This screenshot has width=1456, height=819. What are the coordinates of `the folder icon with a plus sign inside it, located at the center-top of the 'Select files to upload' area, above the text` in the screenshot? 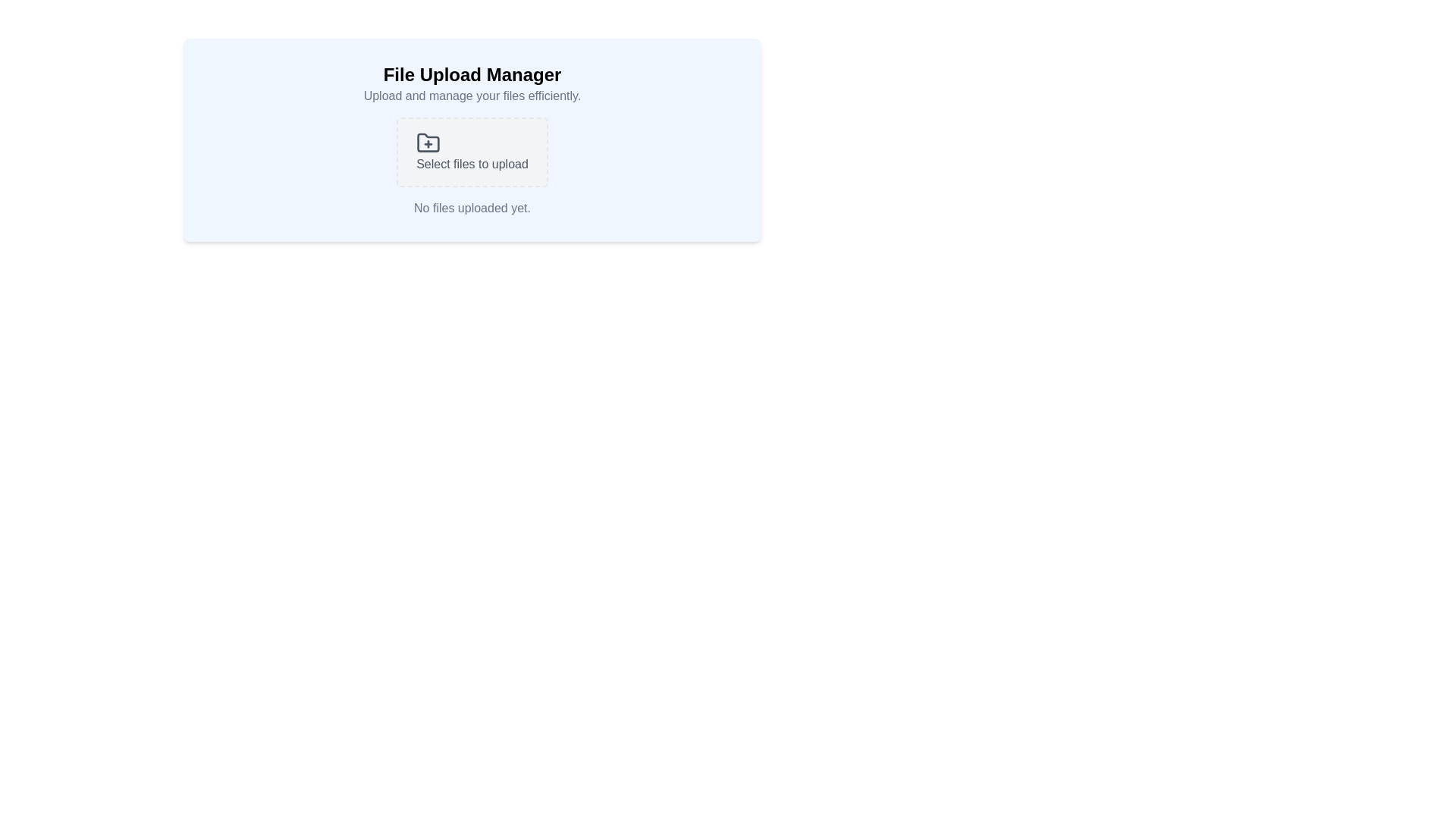 It's located at (428, 143).